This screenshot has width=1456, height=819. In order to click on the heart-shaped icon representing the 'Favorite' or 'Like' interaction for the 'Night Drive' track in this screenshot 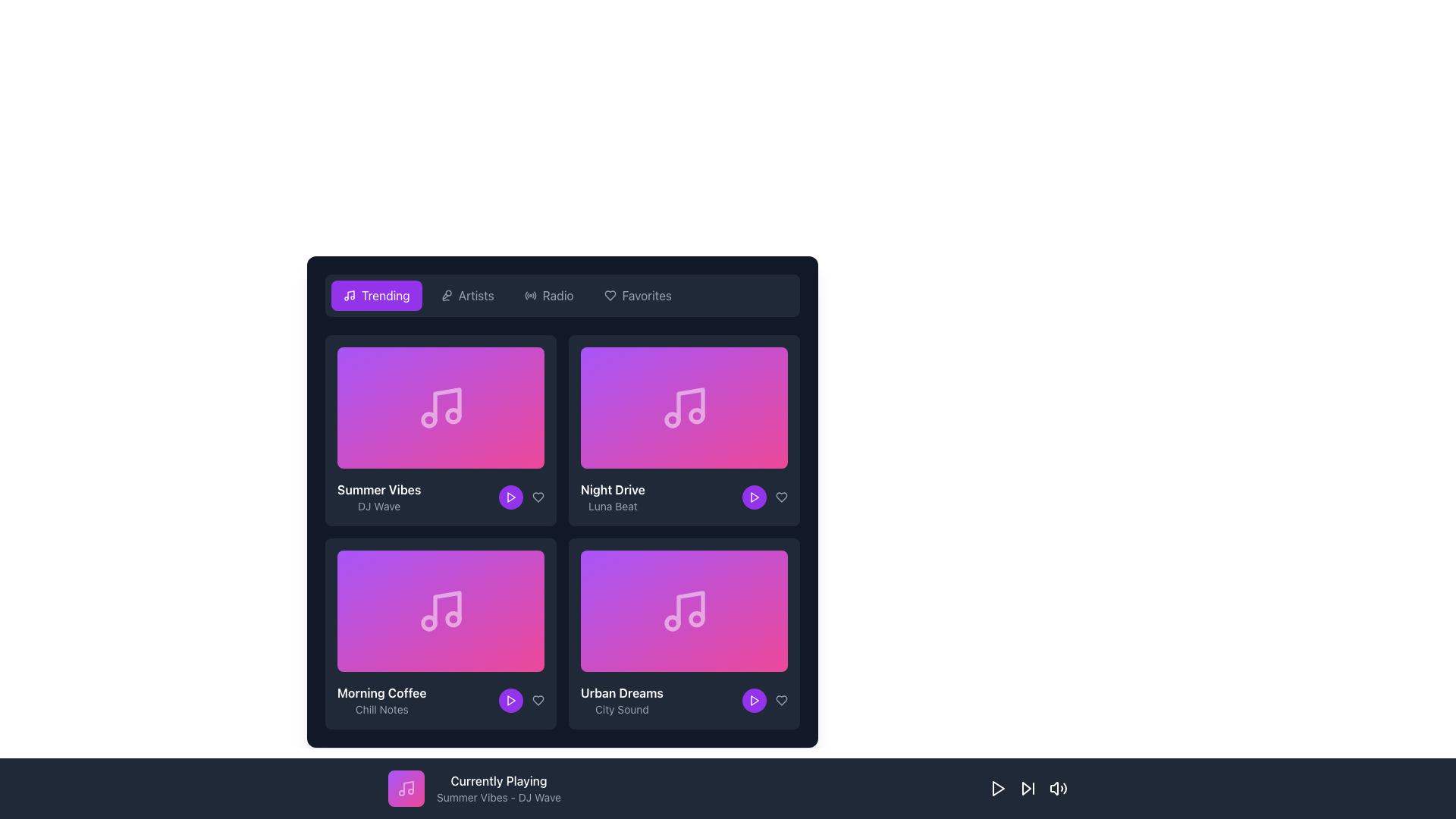, I will do `click(610, 295)`.